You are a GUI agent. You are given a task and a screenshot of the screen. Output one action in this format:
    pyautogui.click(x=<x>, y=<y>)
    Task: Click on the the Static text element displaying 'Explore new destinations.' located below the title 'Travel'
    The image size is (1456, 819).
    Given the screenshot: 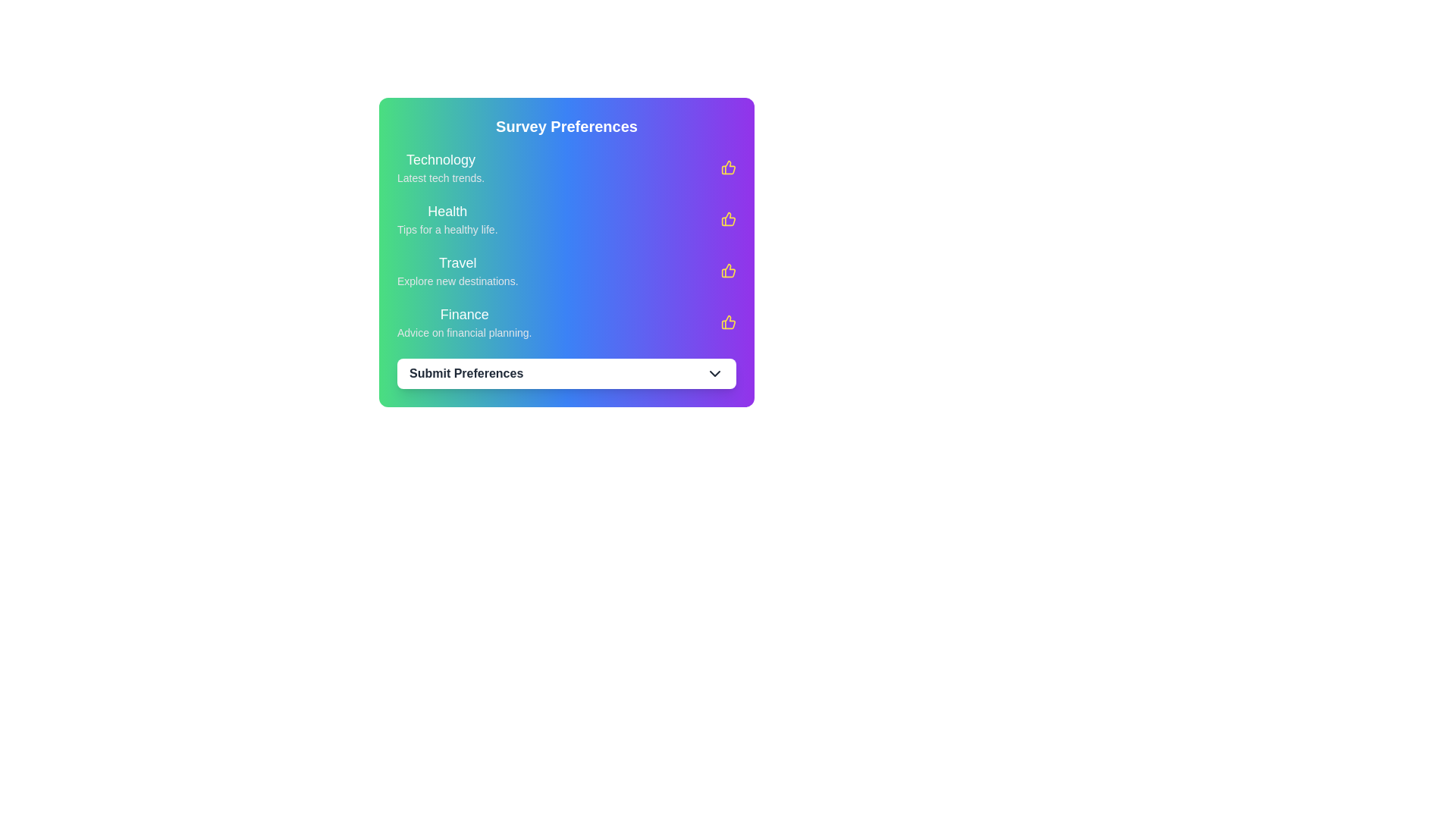 What is the action you would take?
    pyautogui.click(x=457, y=281)
    